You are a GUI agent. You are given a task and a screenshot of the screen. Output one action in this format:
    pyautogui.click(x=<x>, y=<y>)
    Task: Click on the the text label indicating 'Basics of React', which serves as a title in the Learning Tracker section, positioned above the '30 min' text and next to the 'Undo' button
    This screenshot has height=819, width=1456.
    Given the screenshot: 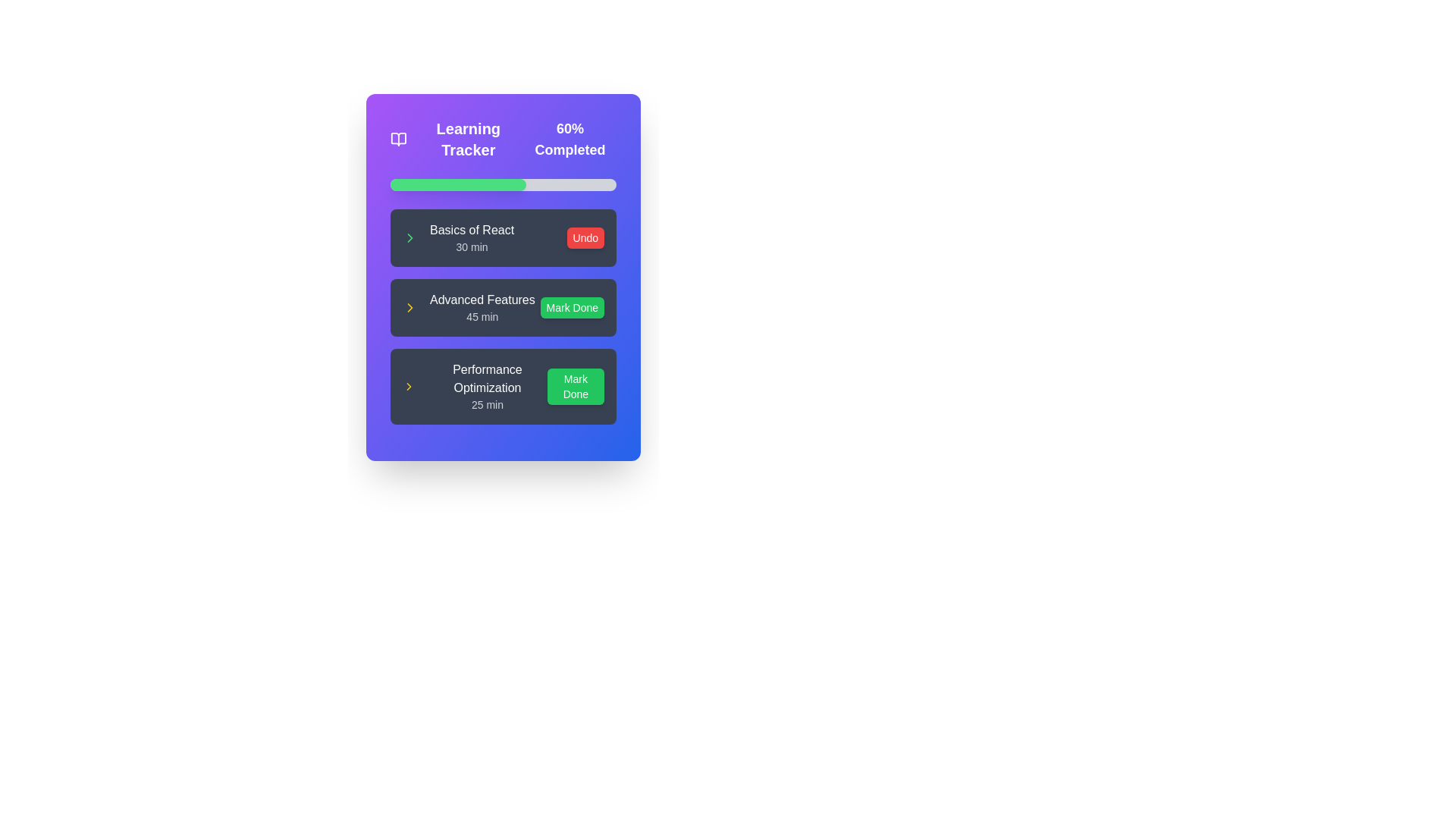 What is the action you would take?
    pyautogui.click(x=471, y=231)
    